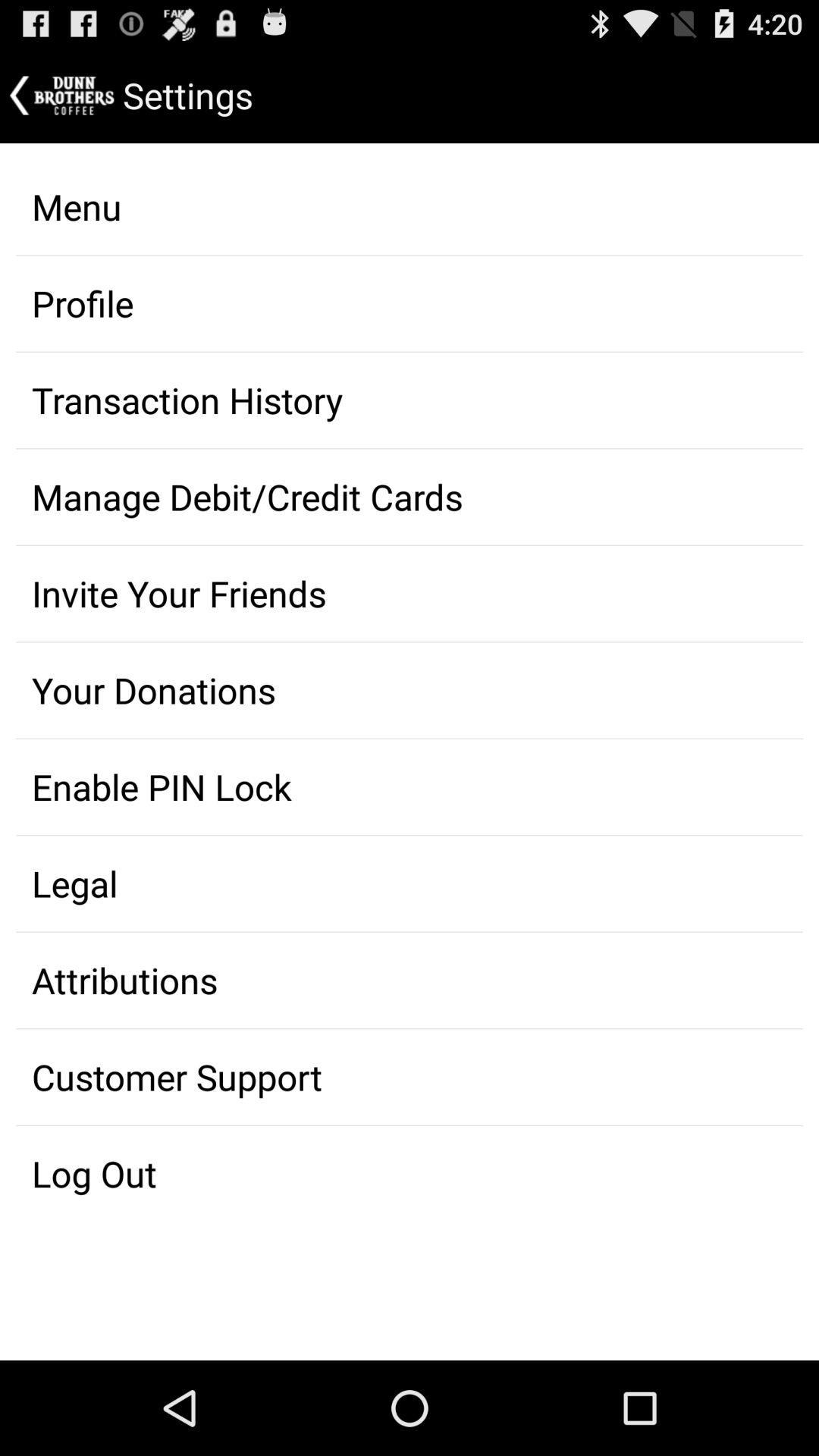  I want to click on attributions, so click(409, 980).